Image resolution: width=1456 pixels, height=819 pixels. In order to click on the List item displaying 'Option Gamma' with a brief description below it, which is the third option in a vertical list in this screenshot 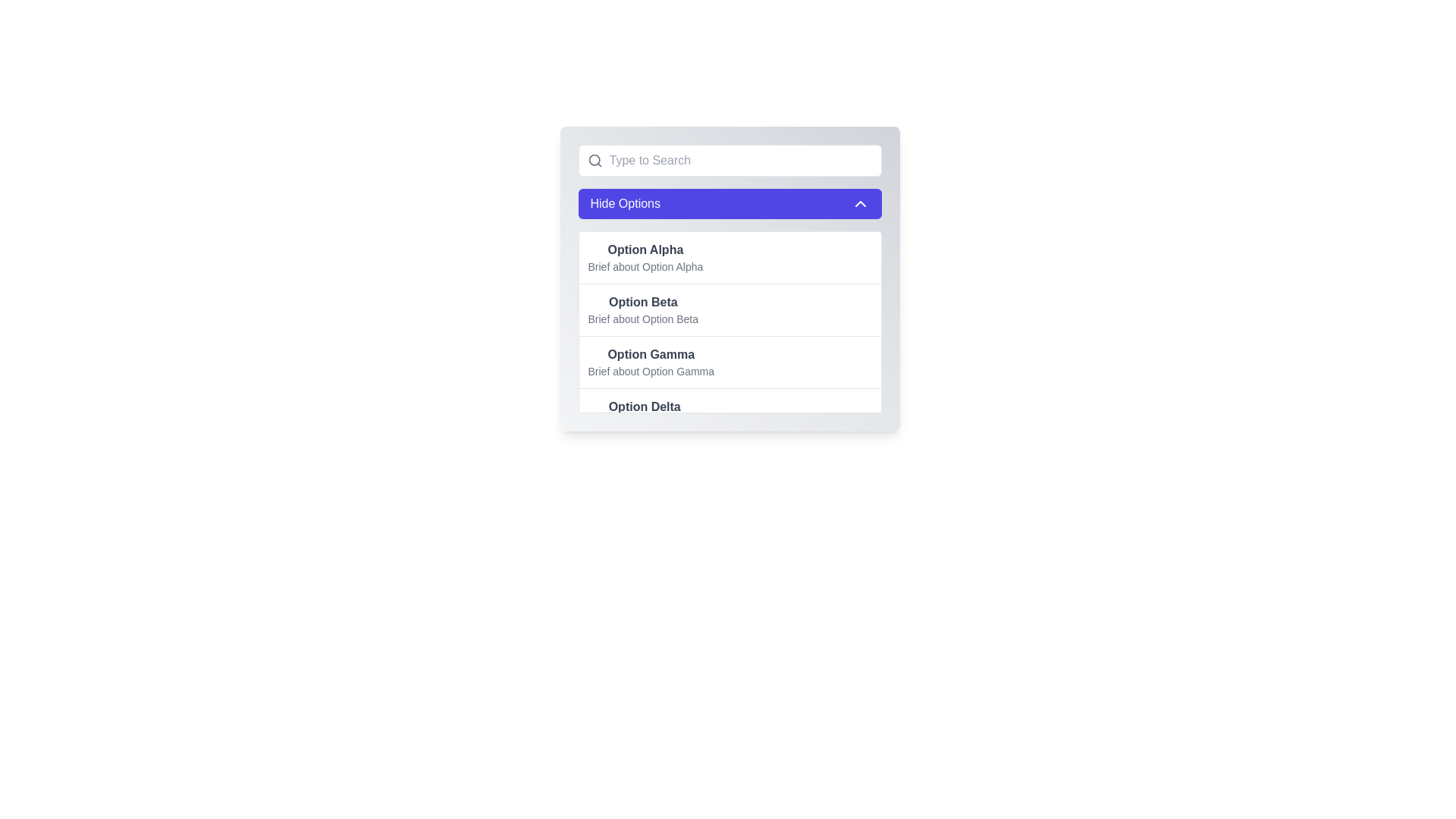, I will do `click(730, 362)`.